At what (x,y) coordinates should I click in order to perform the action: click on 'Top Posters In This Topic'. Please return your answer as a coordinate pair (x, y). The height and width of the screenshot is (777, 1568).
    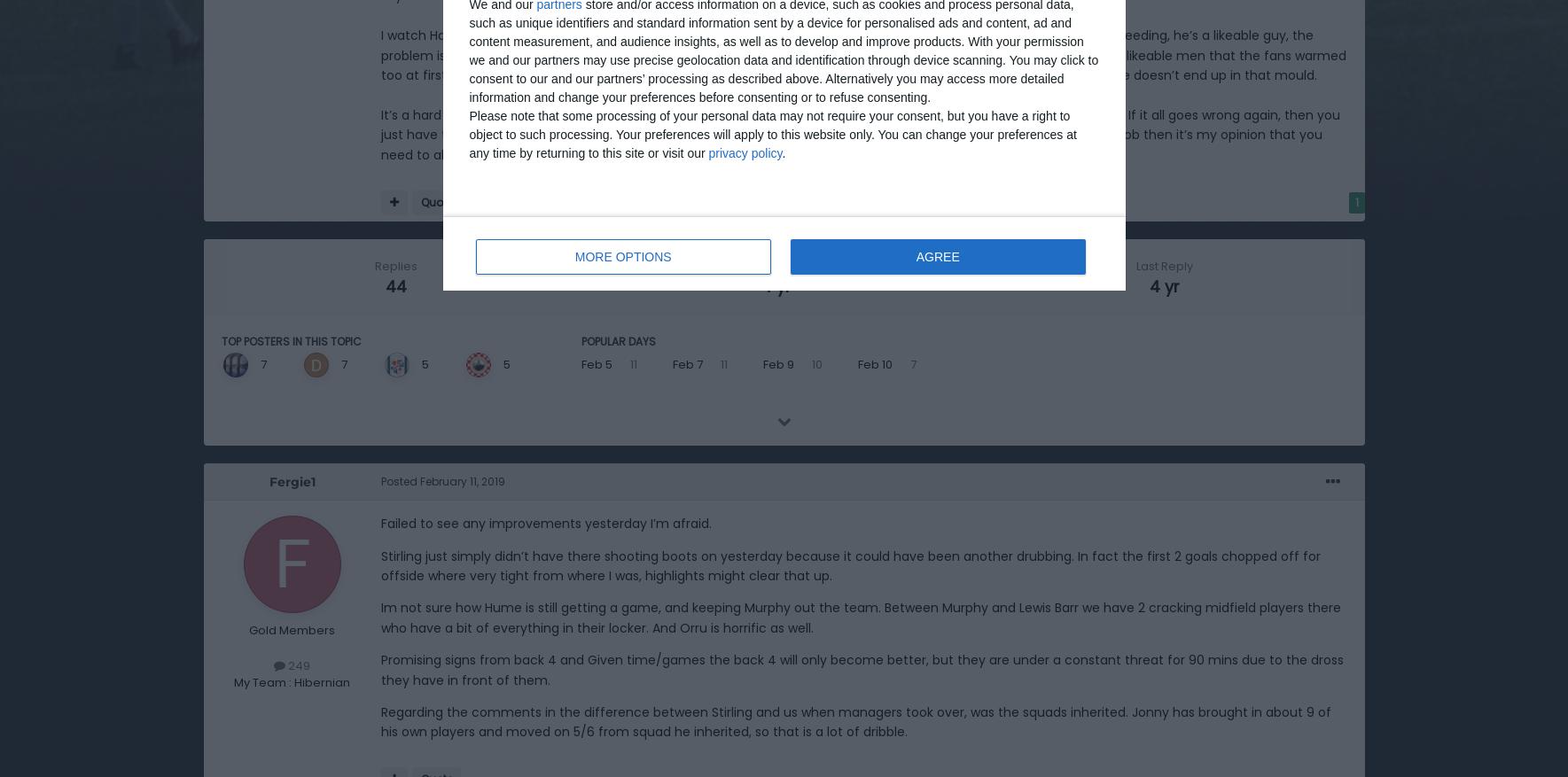
    Looking at the image, I should click on (290, 341).